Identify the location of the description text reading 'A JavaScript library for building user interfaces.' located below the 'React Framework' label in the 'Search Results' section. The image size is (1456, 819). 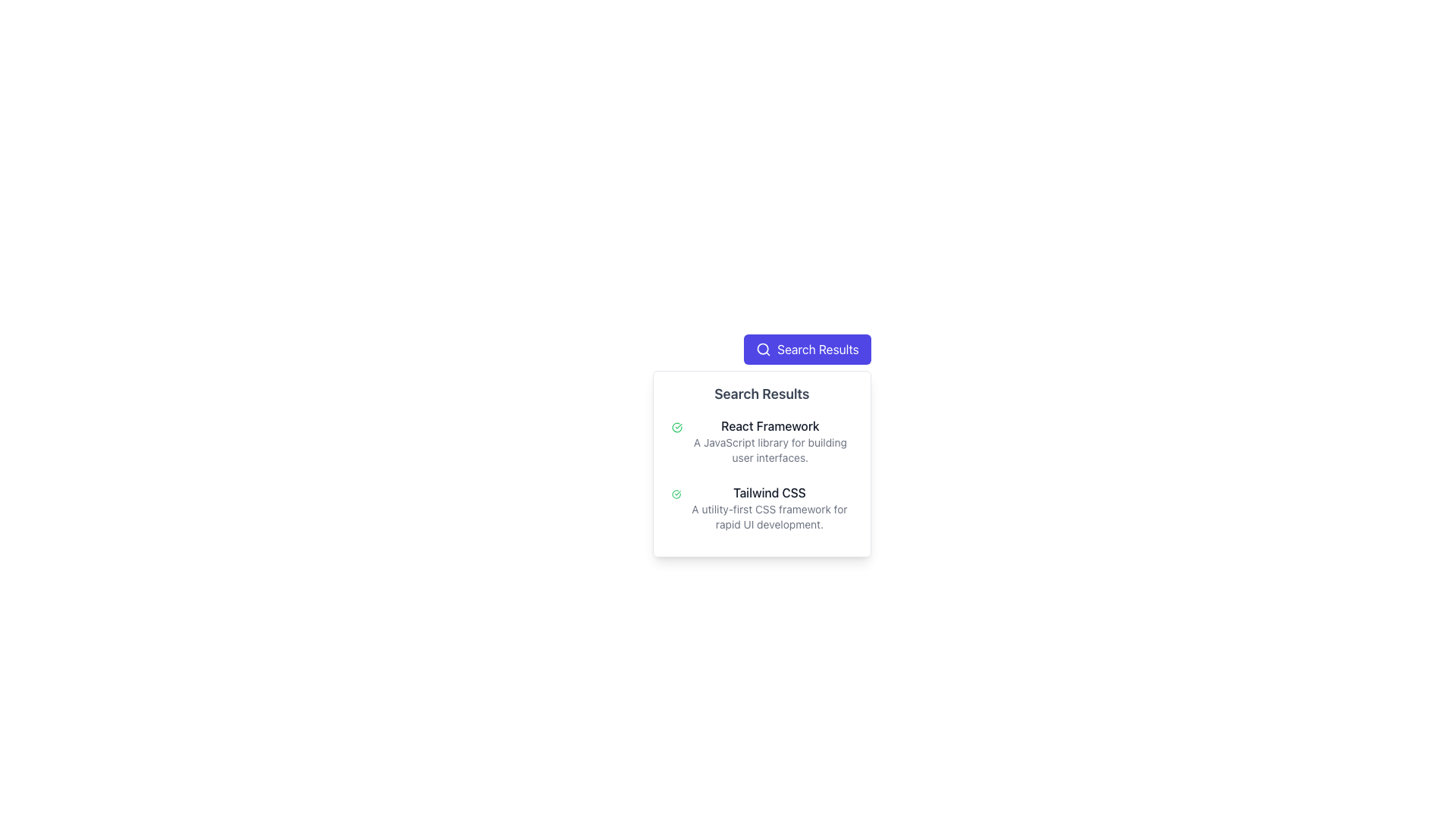
(770, 450).